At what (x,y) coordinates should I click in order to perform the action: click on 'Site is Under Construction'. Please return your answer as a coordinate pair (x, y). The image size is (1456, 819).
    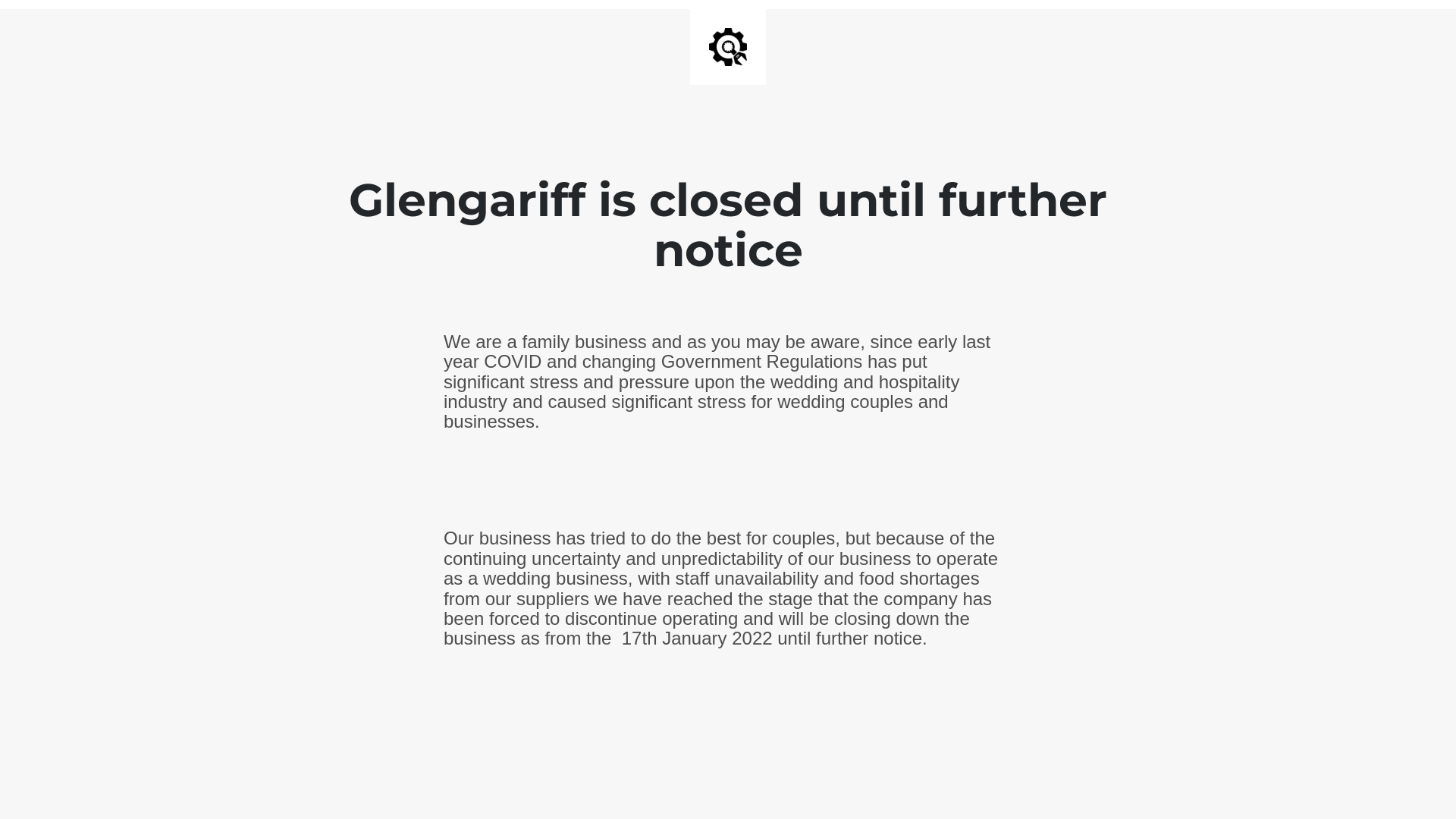
    Looking at the image, I should click on (708, 45).